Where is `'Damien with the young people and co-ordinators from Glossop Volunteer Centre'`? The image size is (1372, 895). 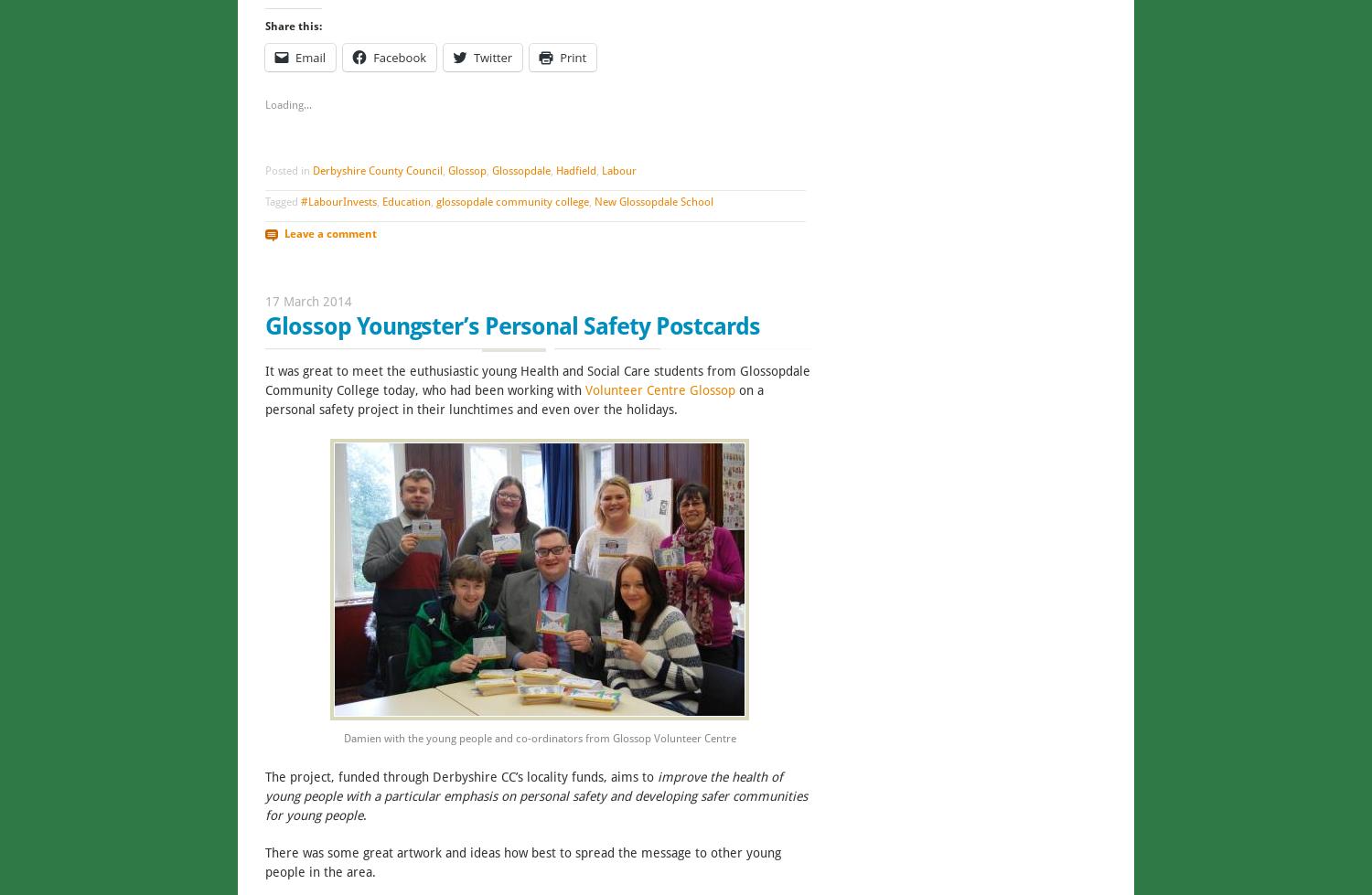
'Damien with the young people and co-ordinators from Glossop Volunteer Centre' is located at coordinates (538, 736).